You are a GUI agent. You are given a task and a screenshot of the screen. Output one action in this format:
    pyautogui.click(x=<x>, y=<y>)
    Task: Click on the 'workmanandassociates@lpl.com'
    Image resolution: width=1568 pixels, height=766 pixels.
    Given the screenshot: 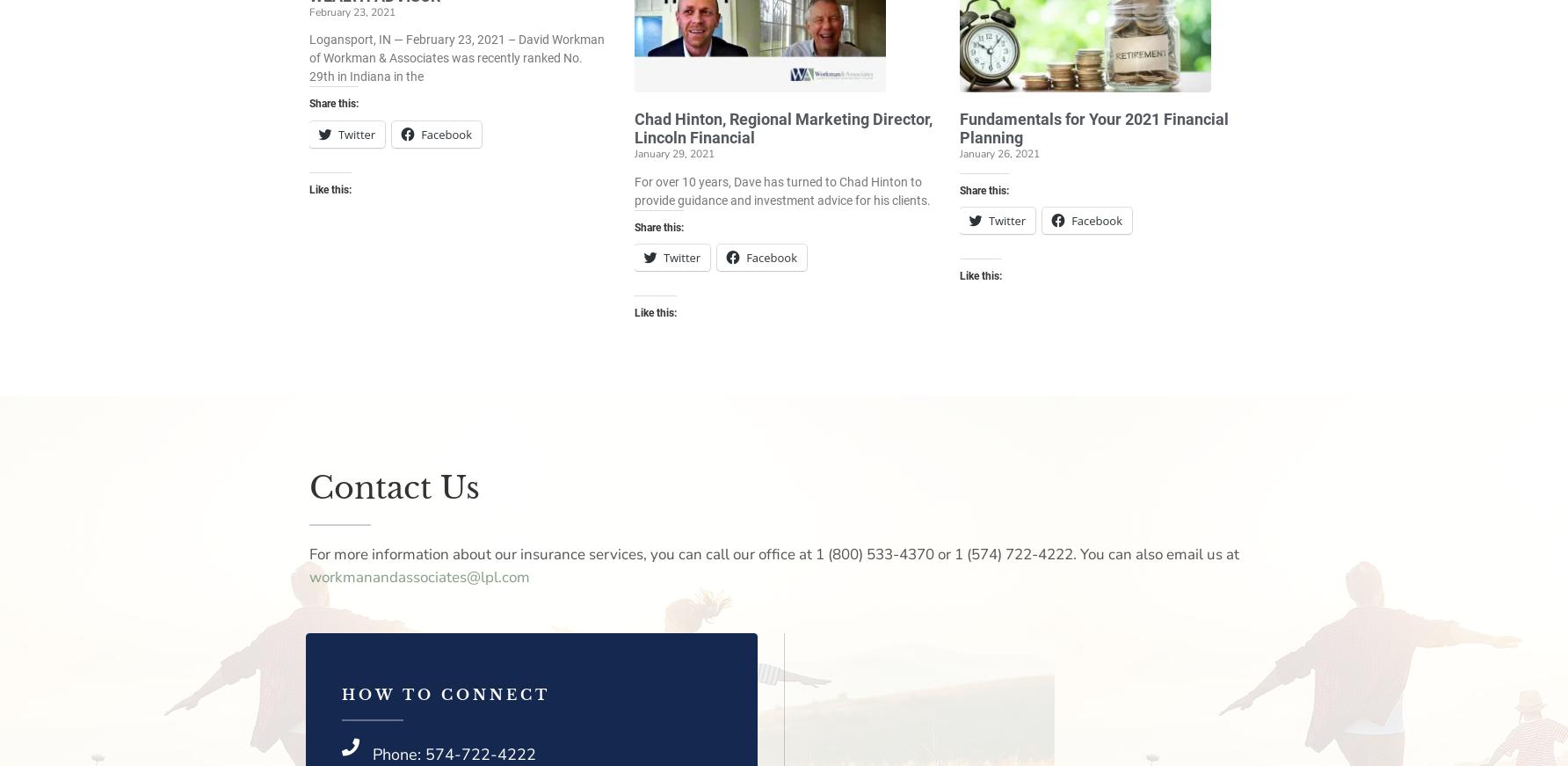 What is the action you would take?
    pyautogui.click(x=419, y=575)
    